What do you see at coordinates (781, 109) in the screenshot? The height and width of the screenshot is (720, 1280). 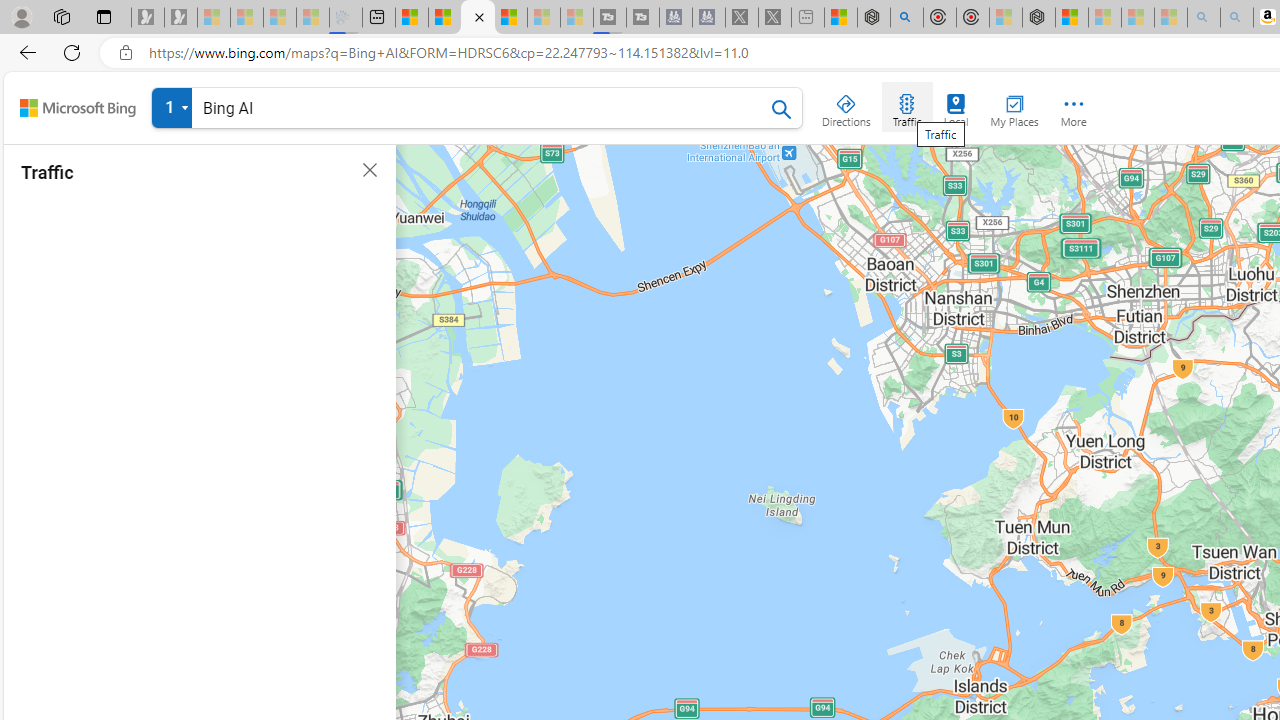 I see `'Search Bing Maps'` at bounding box center [781, 109].